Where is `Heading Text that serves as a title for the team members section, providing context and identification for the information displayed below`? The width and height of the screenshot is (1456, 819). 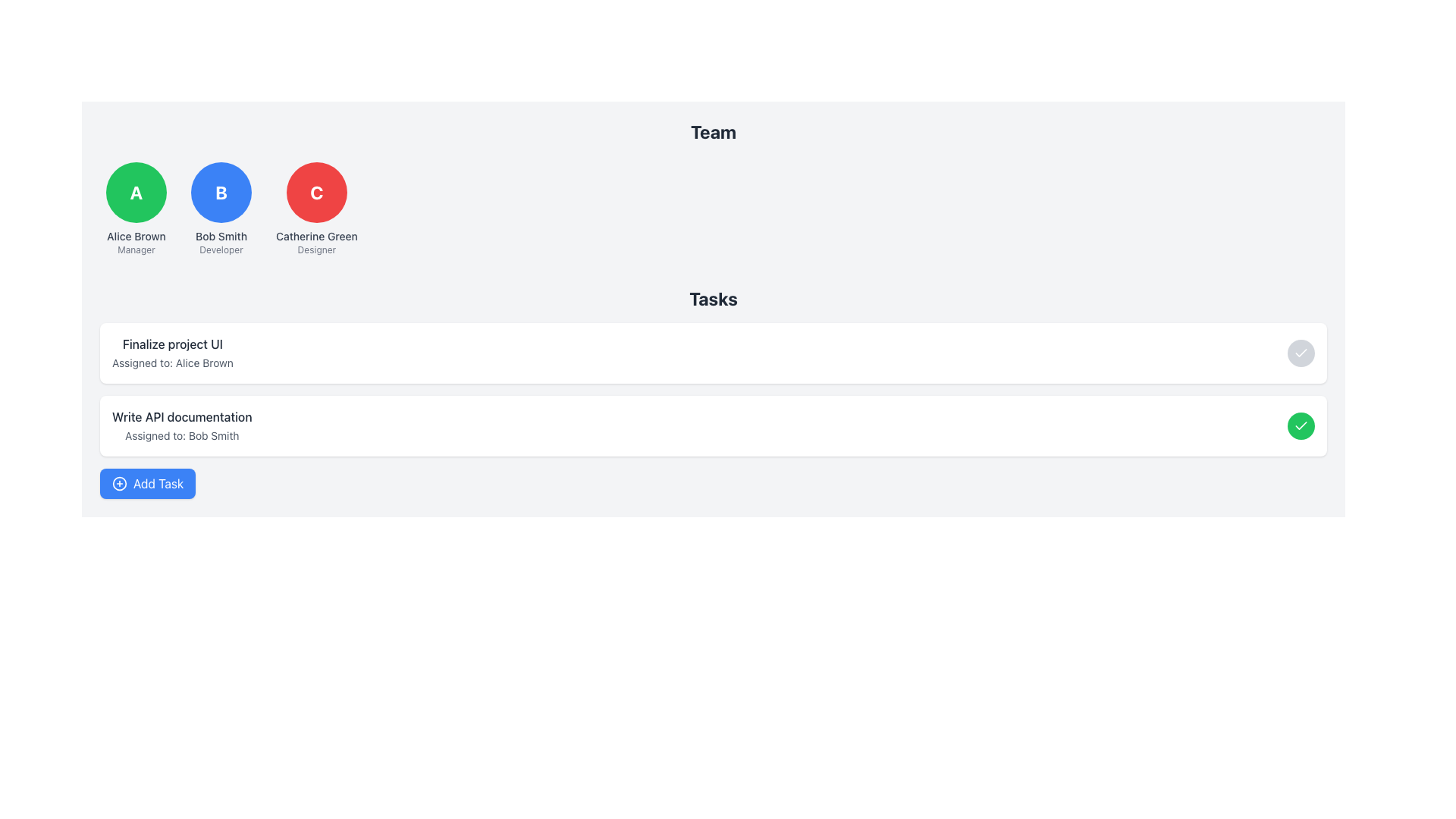 Heading Text that serves as a title for the team members section, providing context and identification for the information displayed below is located at coordinates (712, 130).